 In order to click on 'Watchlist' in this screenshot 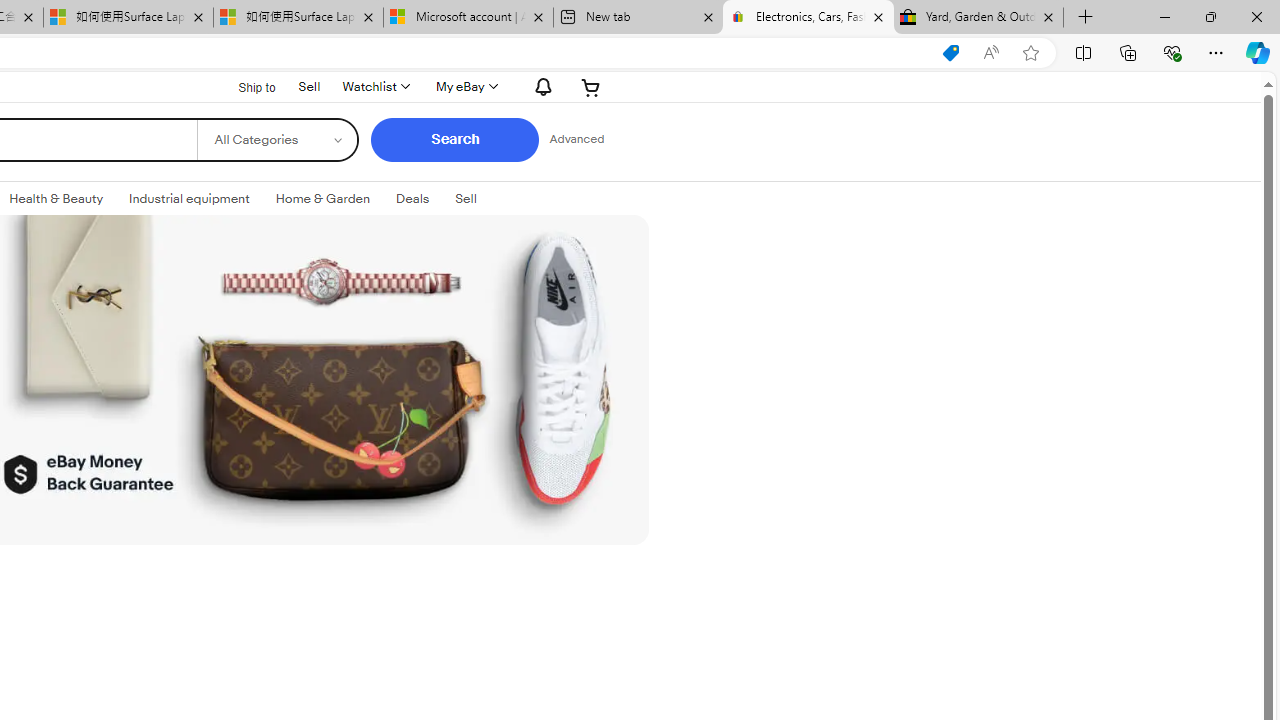, I will do `click(375, 86)`.